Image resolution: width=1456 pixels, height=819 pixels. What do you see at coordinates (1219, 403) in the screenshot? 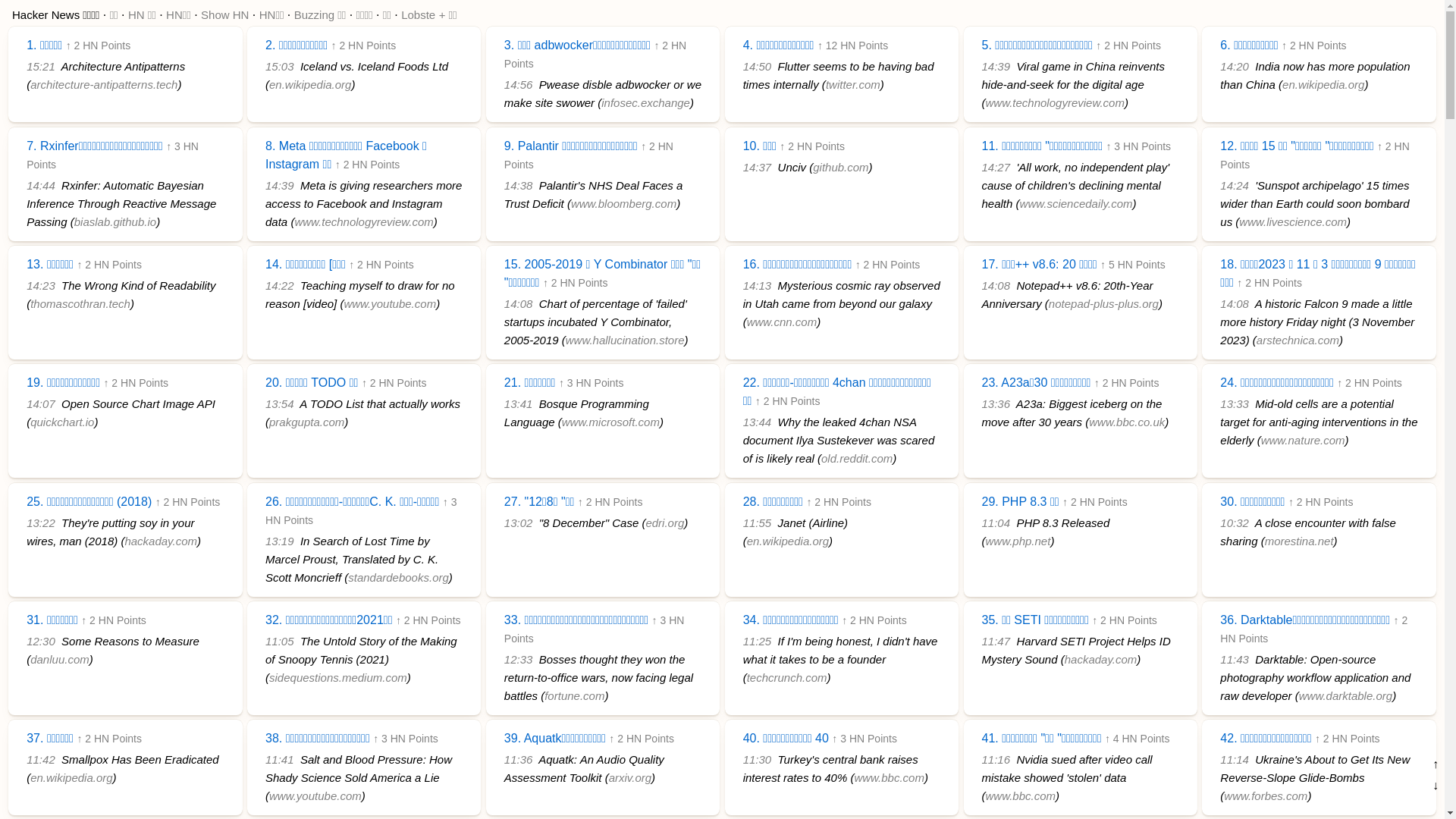
I see `'13:33'` at bounding box center [1219, 403].